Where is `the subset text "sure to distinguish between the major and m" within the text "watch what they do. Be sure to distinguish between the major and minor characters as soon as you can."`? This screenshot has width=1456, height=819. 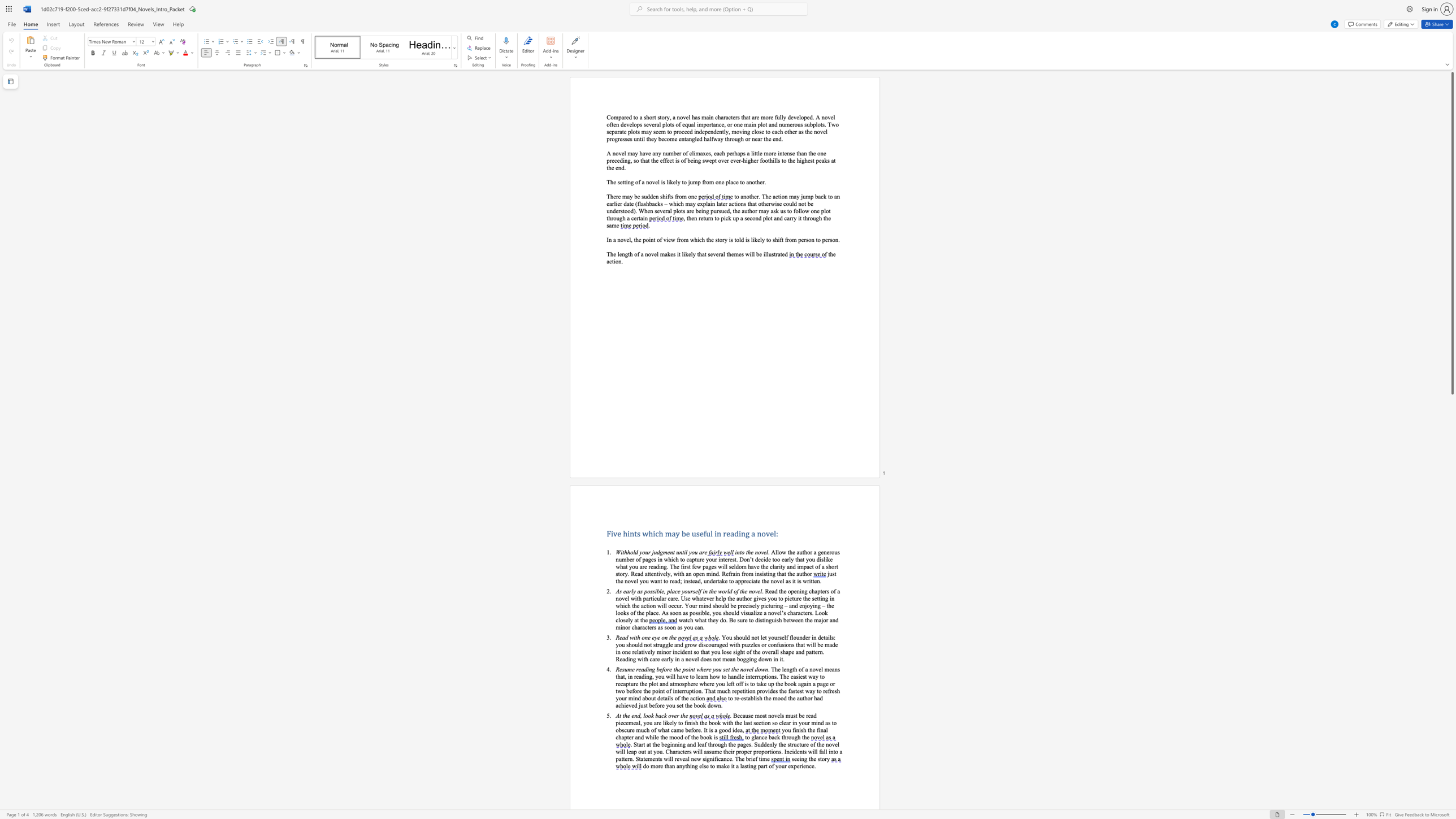
the subset text "sure to distinguish between the major and m" within the text "watch what they do. Be sure to distinguish between the major and minor characters as soon as you can." is located at coordinates (737, 619).